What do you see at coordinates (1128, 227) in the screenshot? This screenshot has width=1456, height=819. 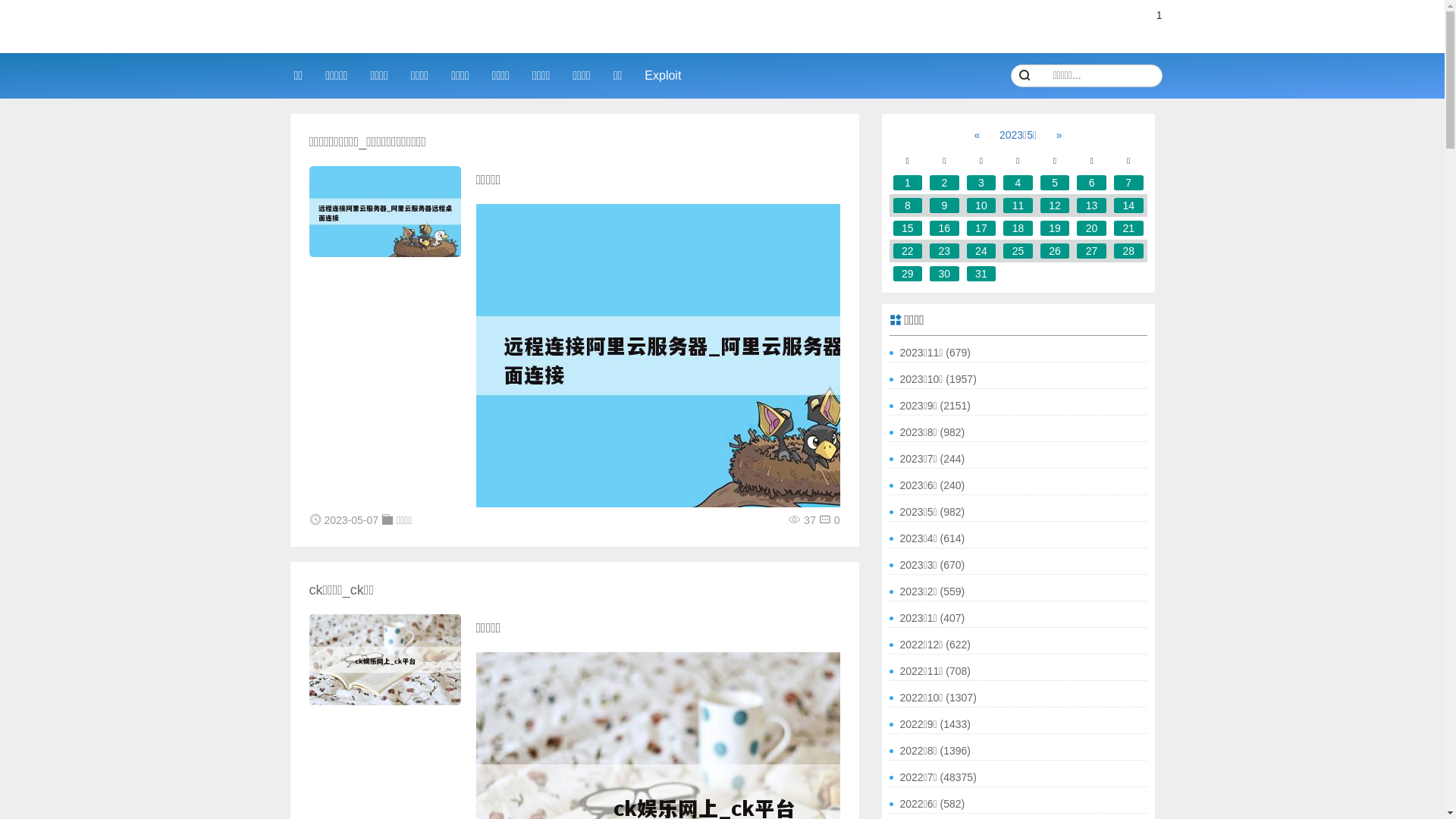 I see `'21'` at bounding box center [1128, 227].